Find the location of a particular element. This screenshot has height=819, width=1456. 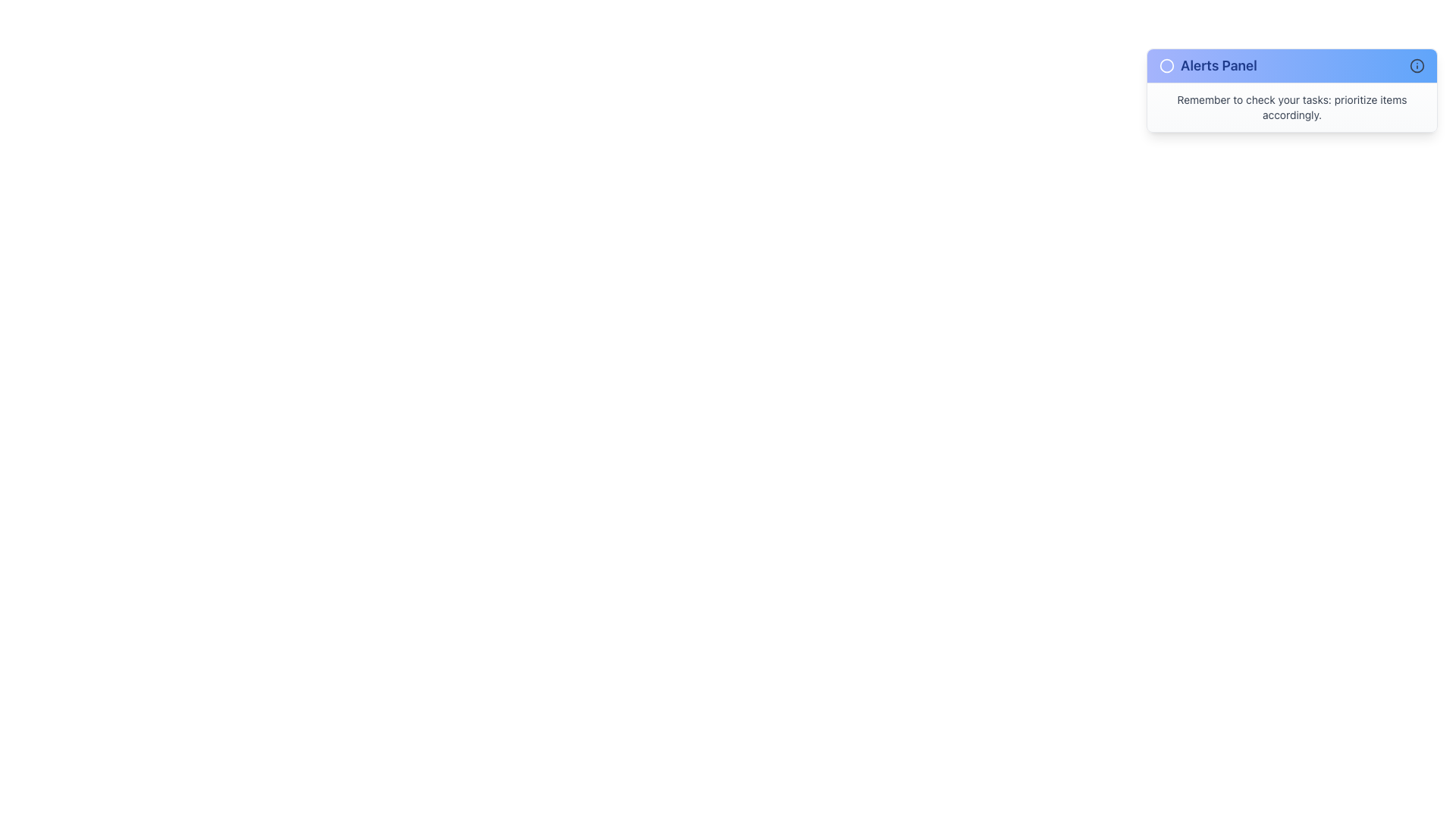

the decorative icon that serves as a status indicator for the 'Alerts Panel', located at the leftmost end before the text 'Alerts Panel' is located at coordinates (1166, 65).